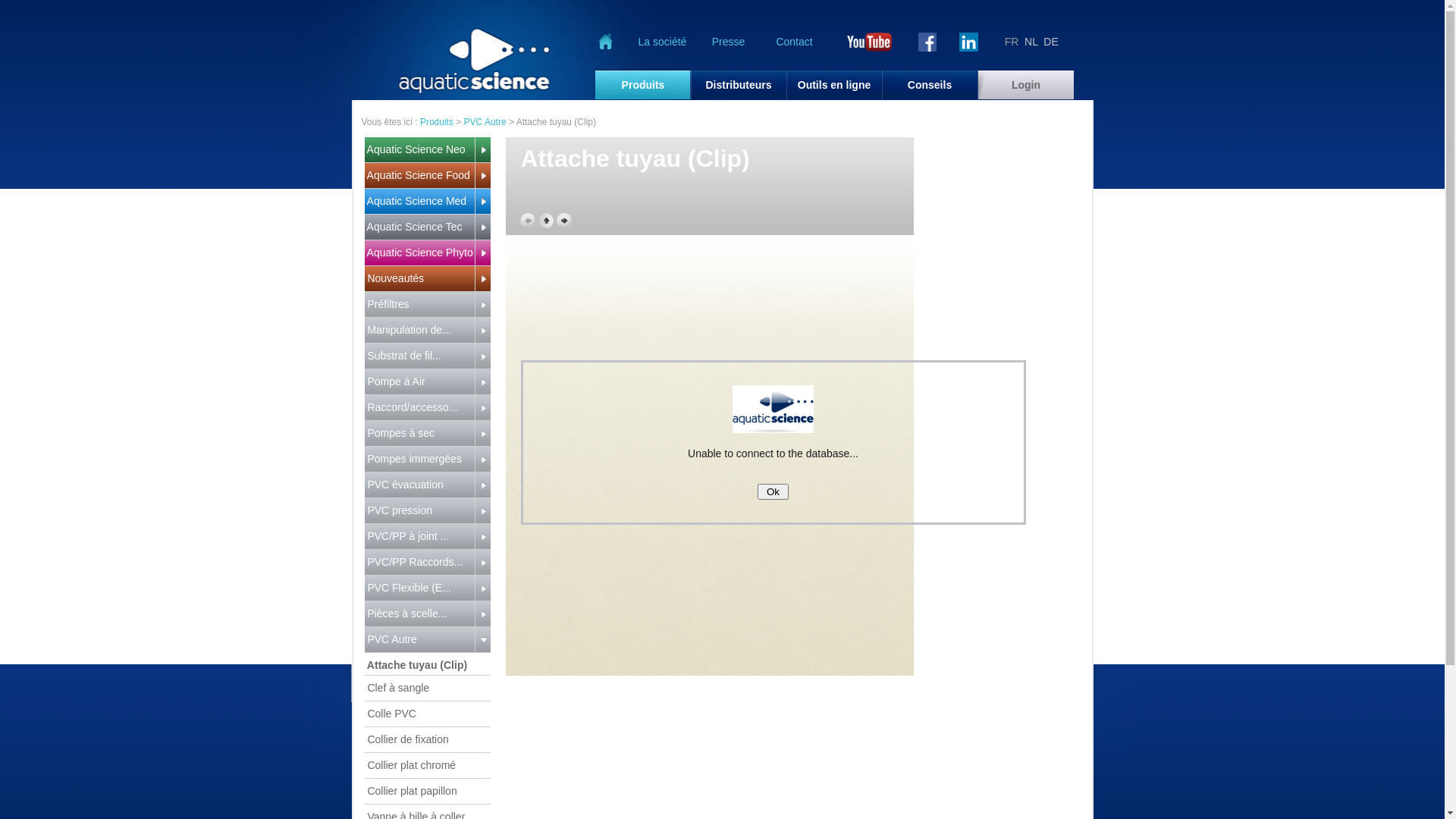 The width and height of the screenshot is (1456, 819). I want to click on ' ', so click(473, 227).